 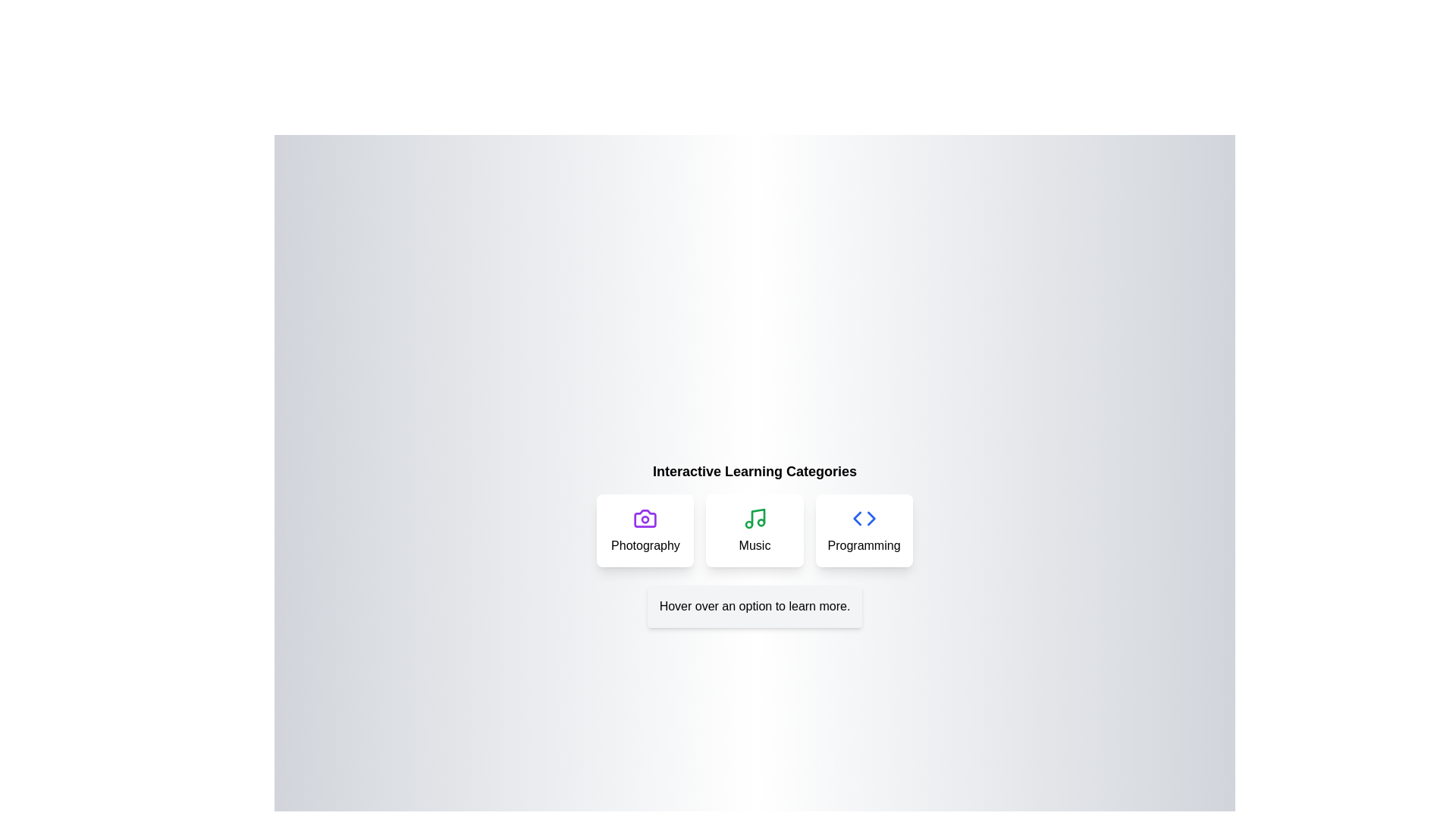 What do you see at coordinates (645, 529) in the screenshot?
I see `the leftmost card in the row that represents the category selection option for 'Photography.'` at bounding box center [645, 529].